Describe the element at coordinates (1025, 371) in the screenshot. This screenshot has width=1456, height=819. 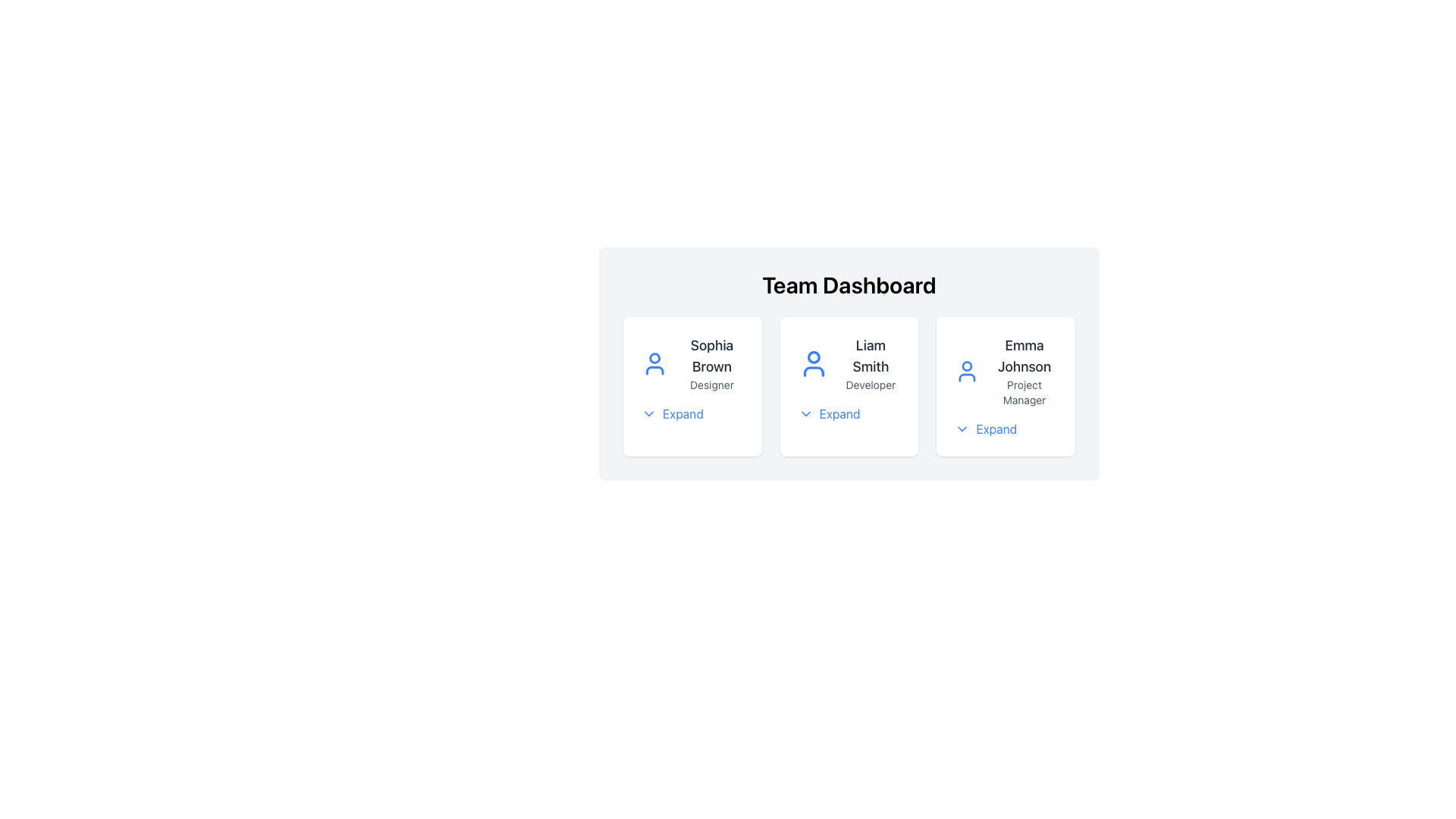
I see `the text display element that shows 'Emma Johnson' above the title 'Project Manager', part of the profile cards on the Team Dashboard` at that location.